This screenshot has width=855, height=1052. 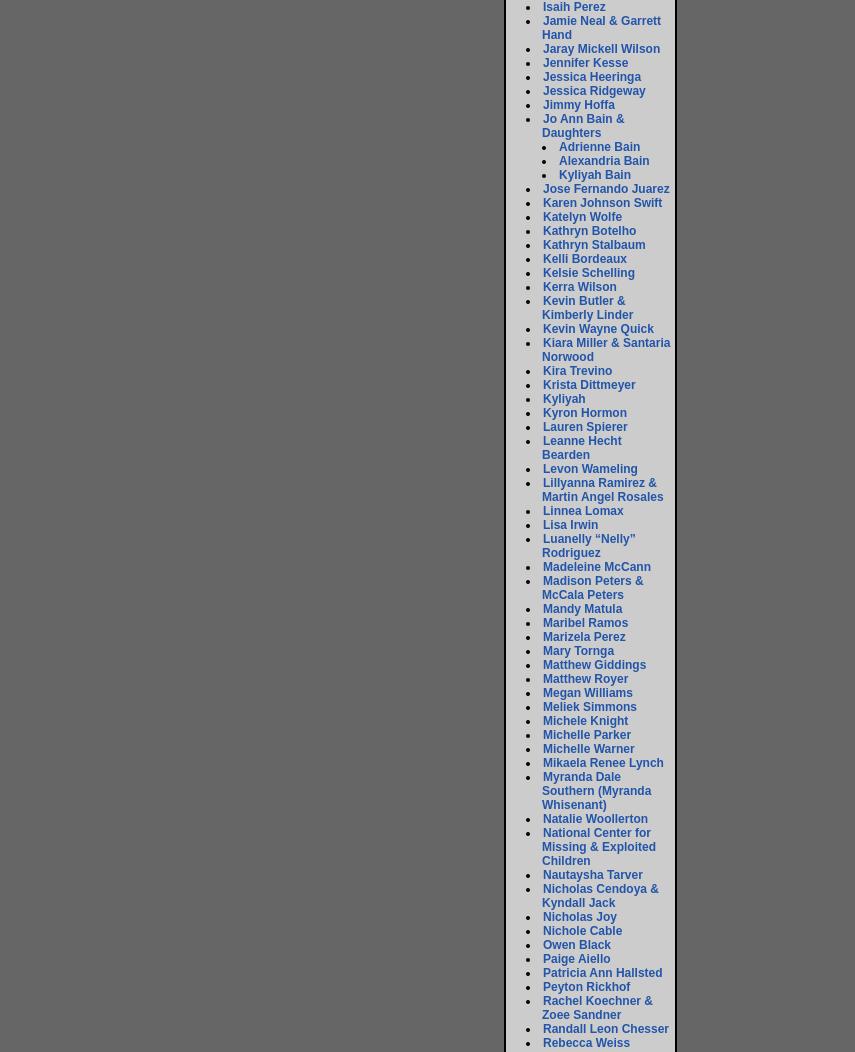 I want to click on 'Michele Knight', so click(x=584, y=721).